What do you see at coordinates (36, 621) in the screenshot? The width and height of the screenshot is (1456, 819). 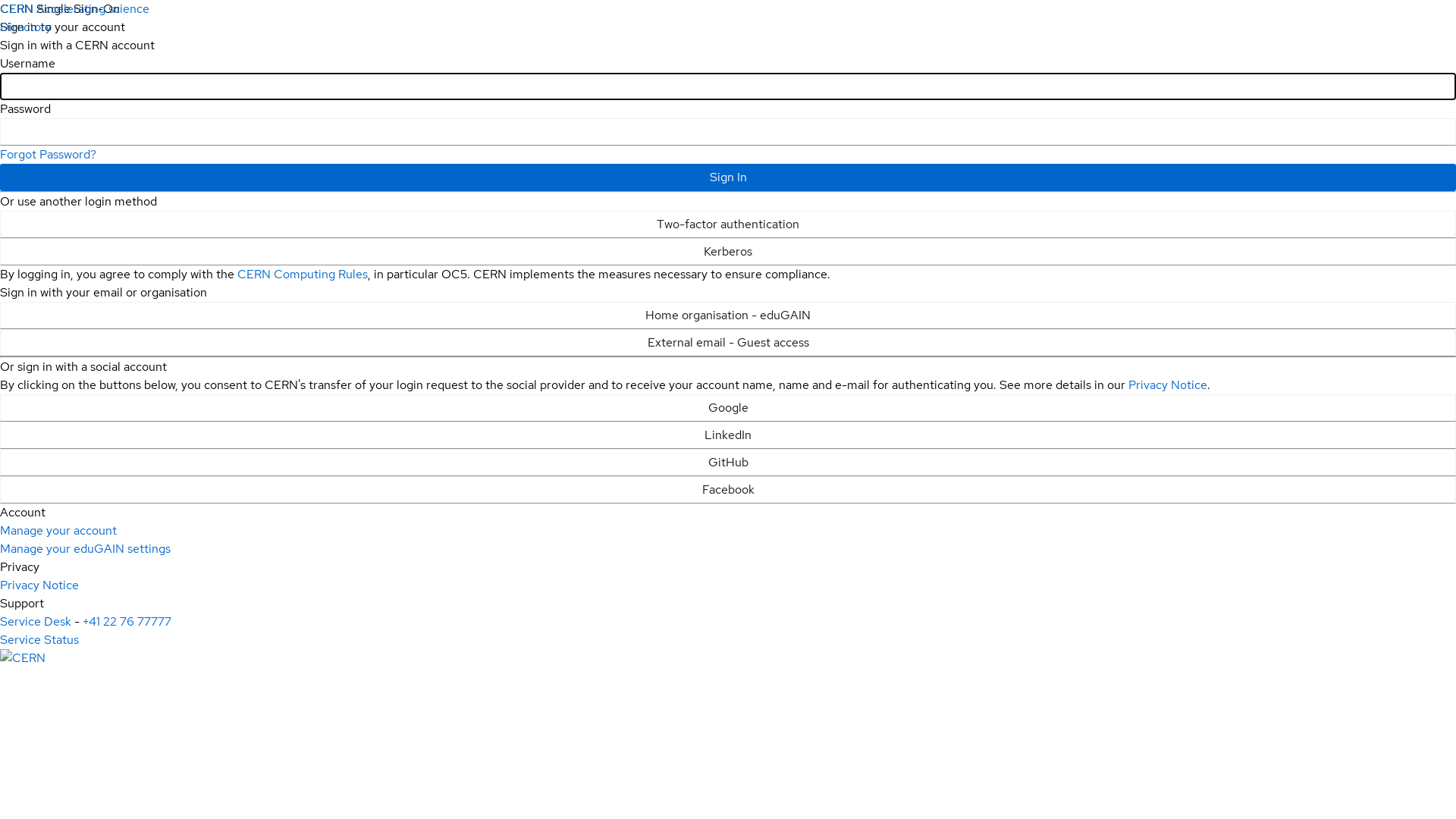 I see `'Service Desk'` at bounding box center [36, 621].